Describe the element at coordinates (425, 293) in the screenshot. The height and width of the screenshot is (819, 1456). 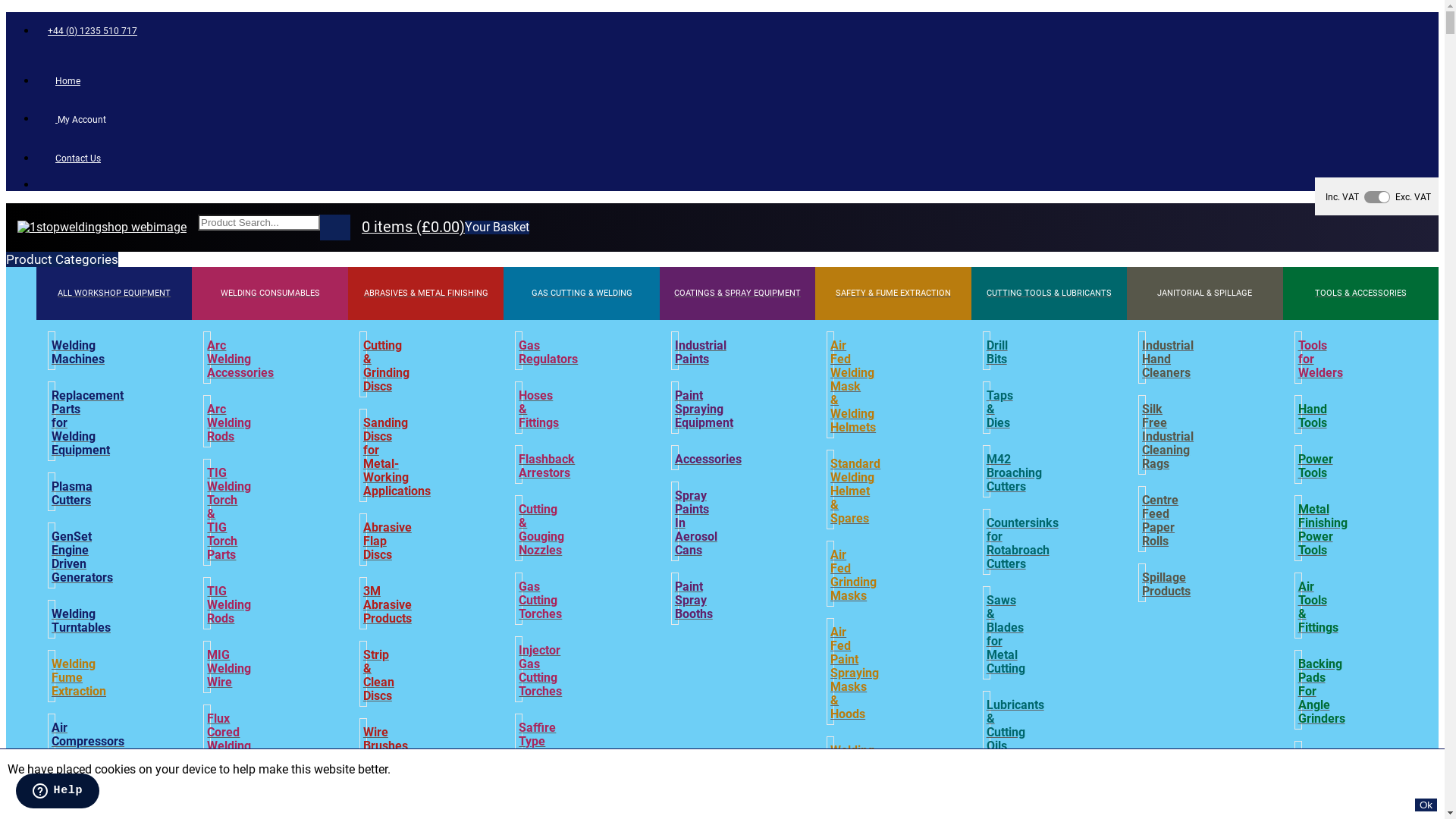
I see `'ABRASIVES & METAL FINISHING'` at that location.